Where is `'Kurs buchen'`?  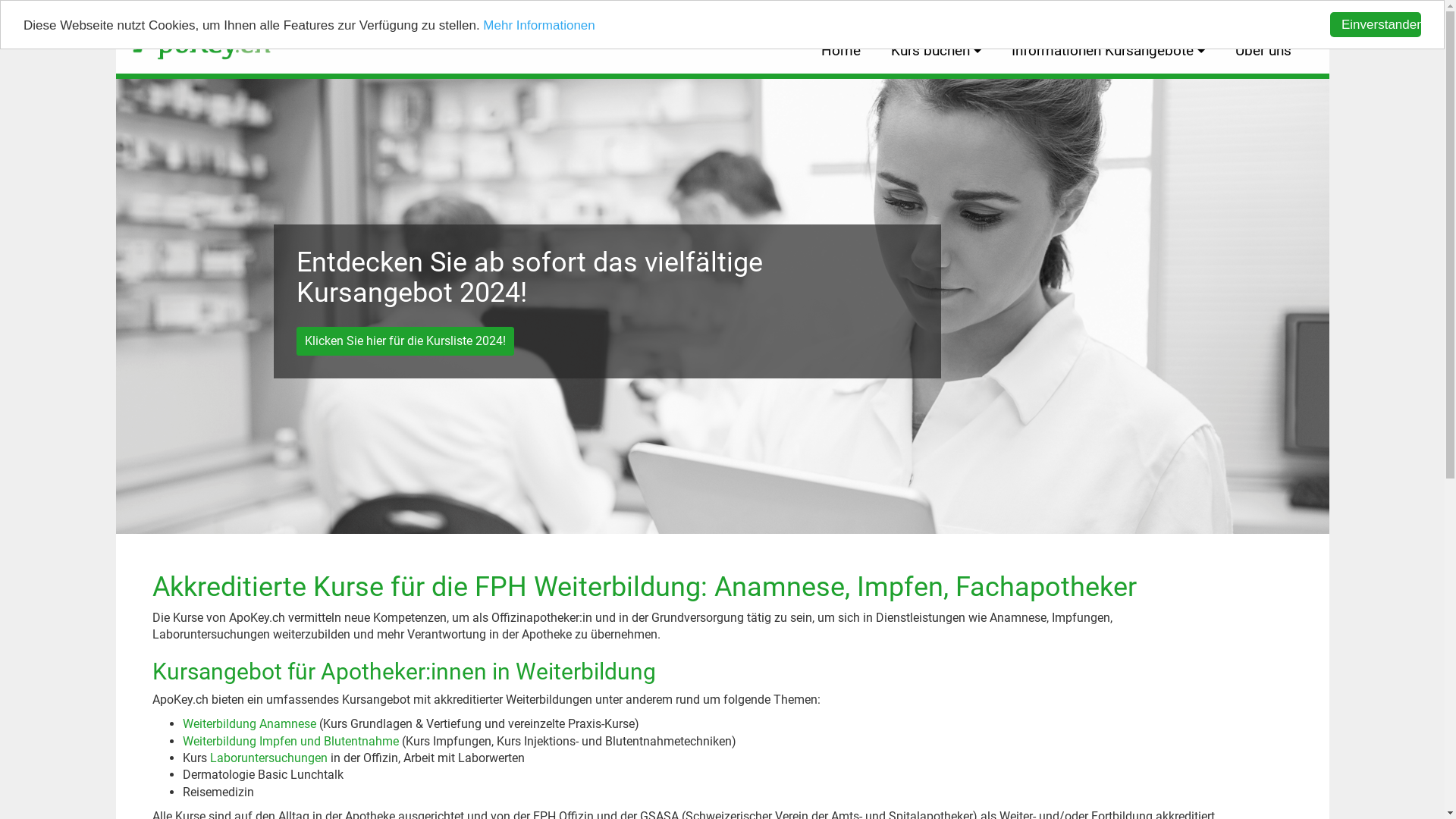
'Kurs buchen' is located at coordinates (934, 50).